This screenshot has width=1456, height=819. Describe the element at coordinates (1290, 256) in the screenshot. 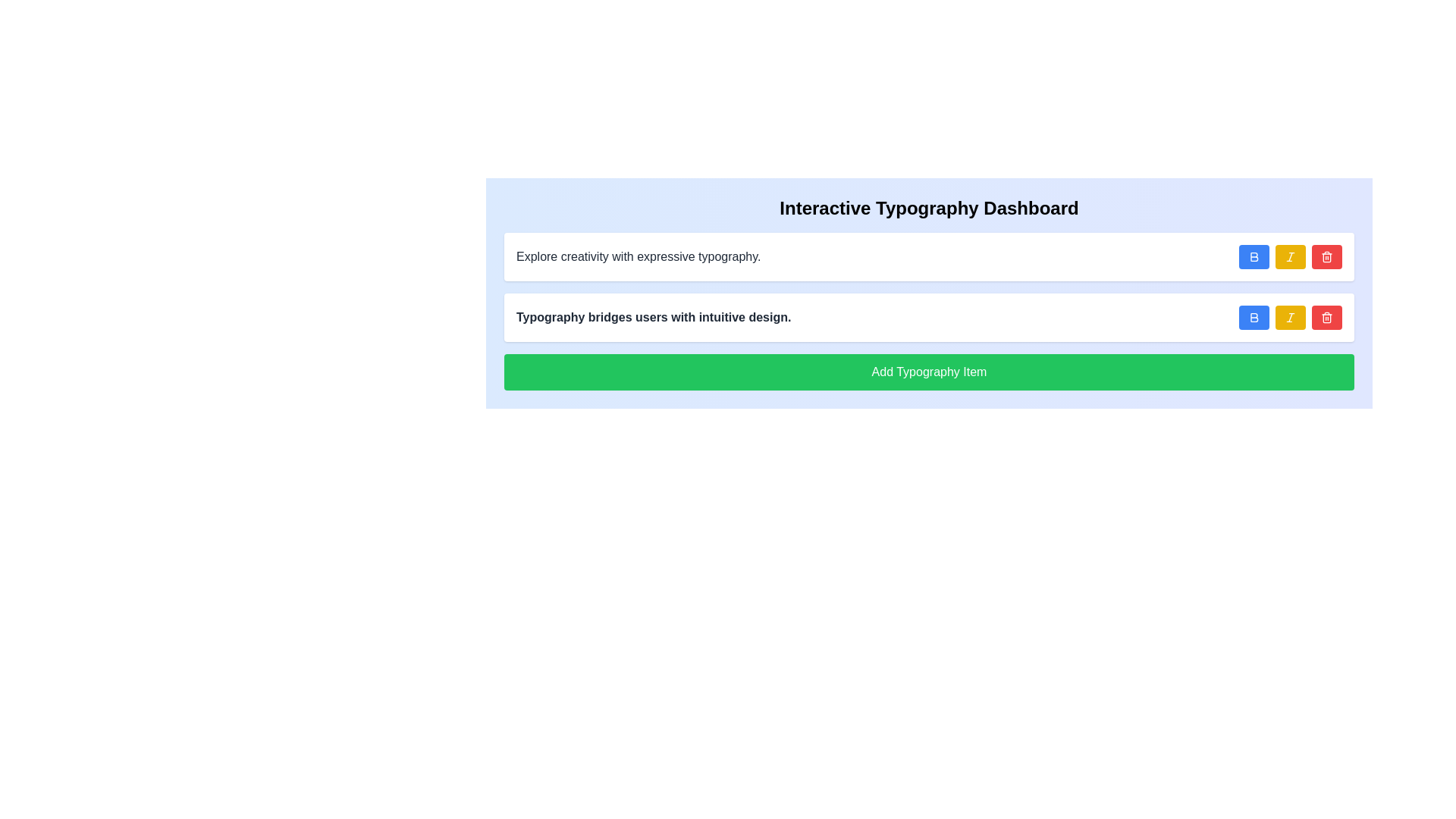

I see `the italic style icon, which is a thin vertical line with a slanted orientation, located in the second row of action buttons to the right of the second input box` at that location.